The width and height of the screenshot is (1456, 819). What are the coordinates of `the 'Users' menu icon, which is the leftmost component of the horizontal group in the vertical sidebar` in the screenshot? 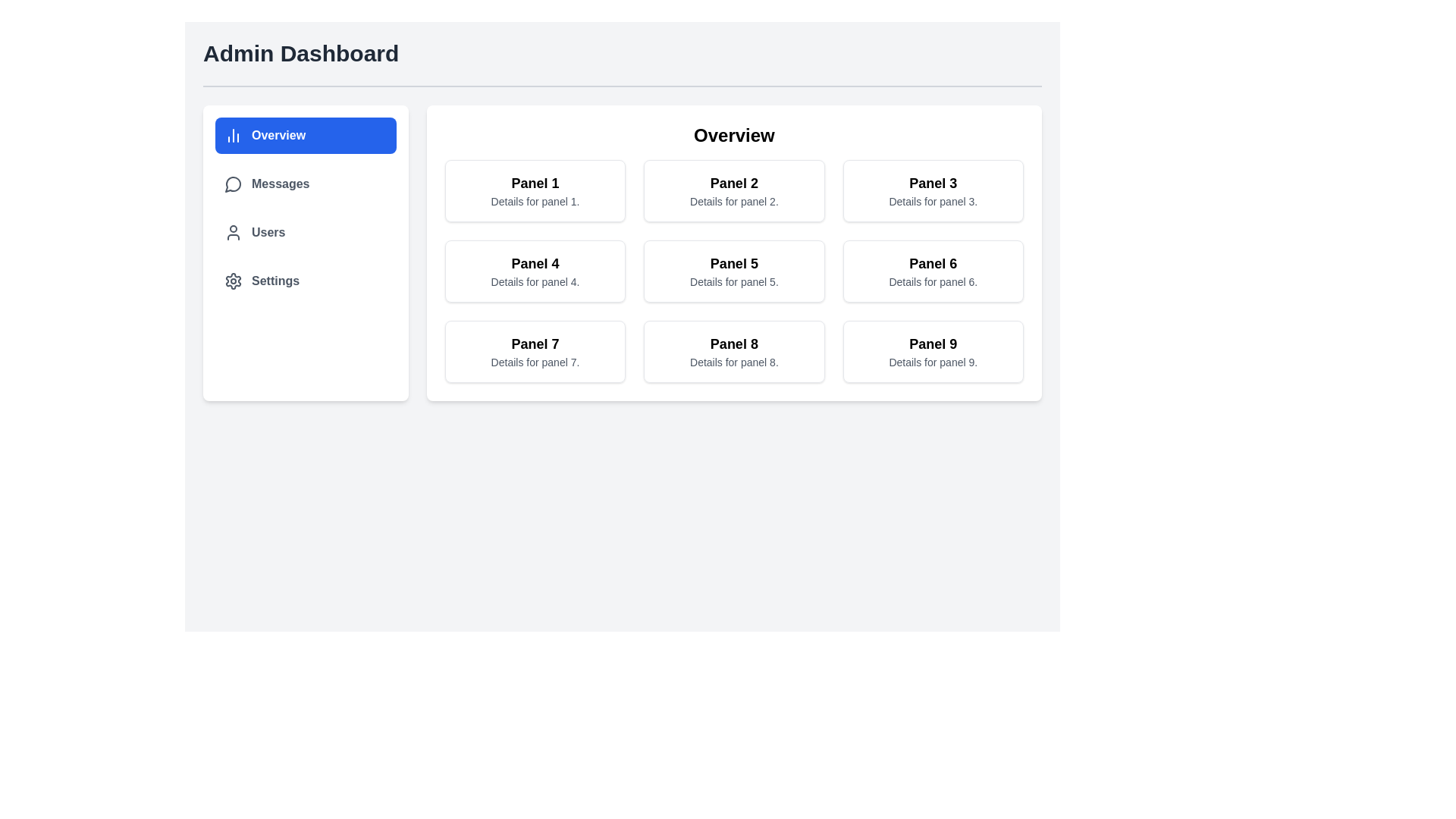 It's located at (232, 233).